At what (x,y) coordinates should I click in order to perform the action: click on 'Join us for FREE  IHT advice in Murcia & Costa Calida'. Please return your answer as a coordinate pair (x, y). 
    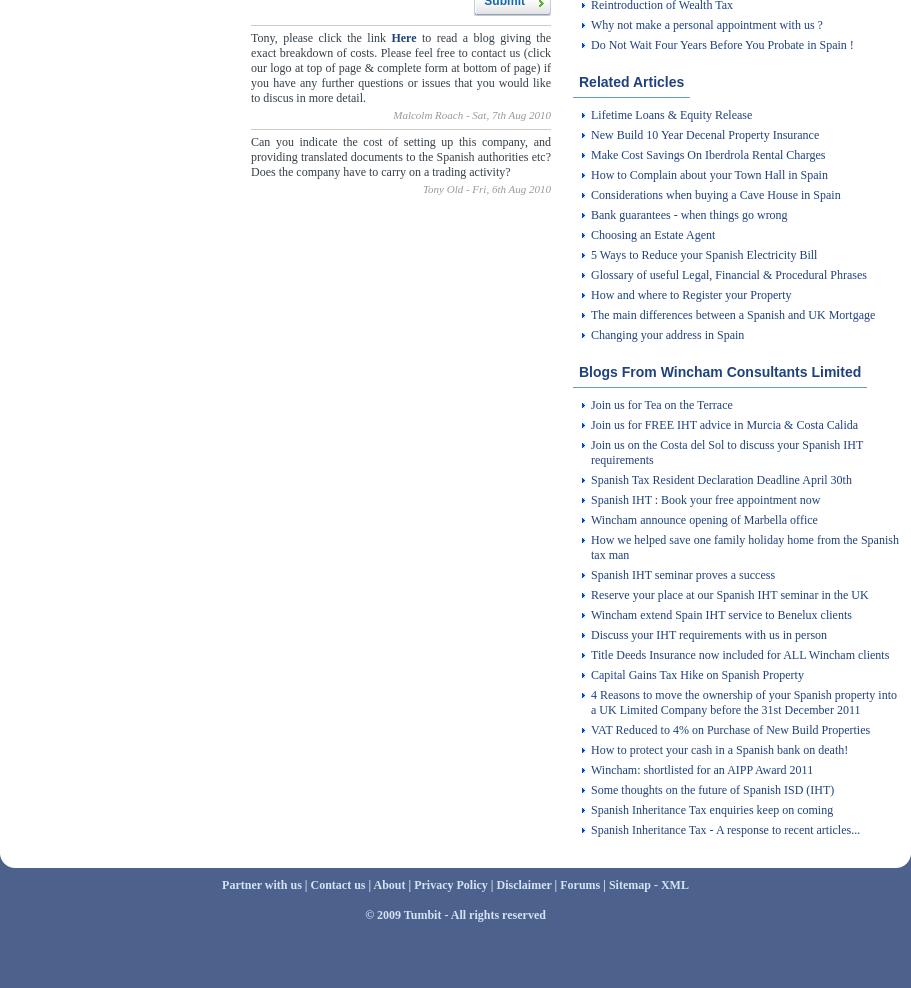
    Looking at the image, I should click on (724, 424).